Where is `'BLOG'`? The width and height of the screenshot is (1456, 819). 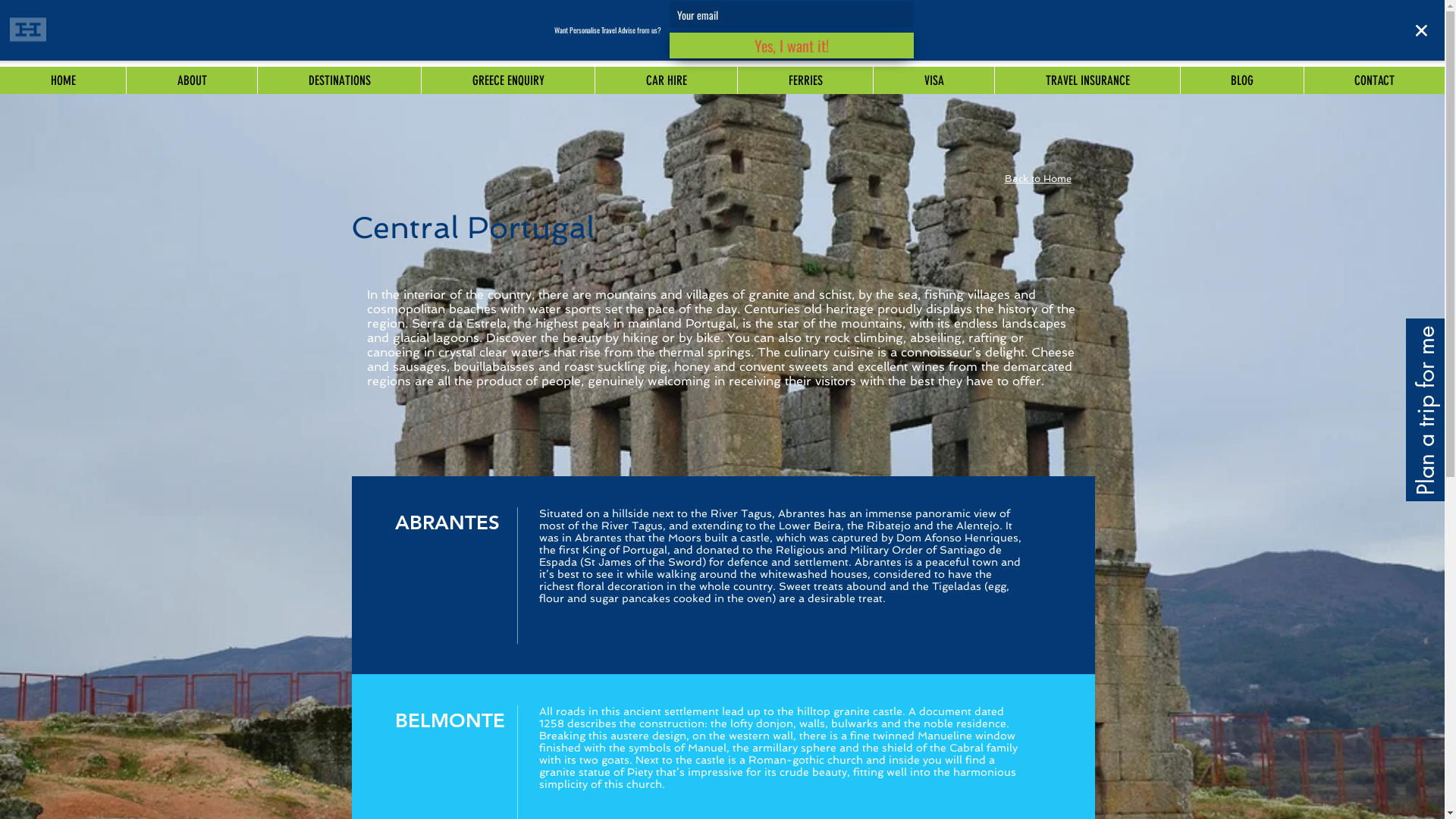 'BLOG' is located at coordinates (1178, 80).